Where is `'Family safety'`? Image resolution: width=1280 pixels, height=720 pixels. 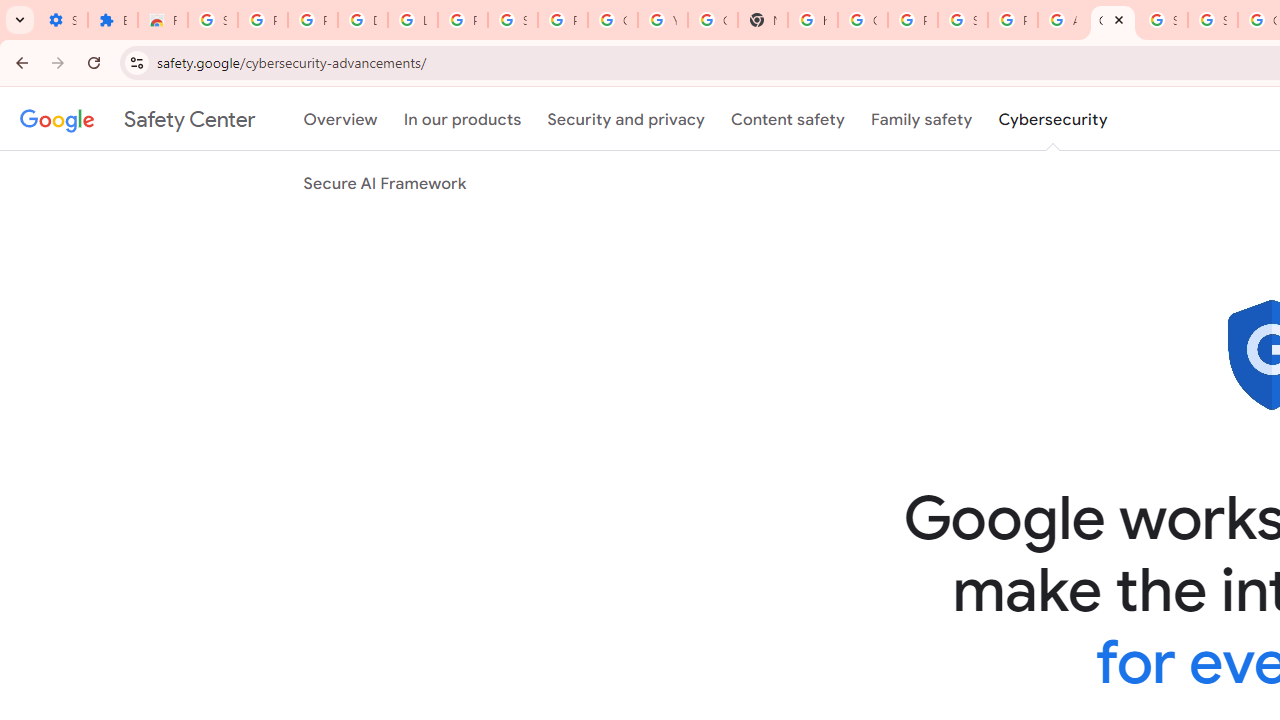
'Family safety' is located at coordinates (920, 119).